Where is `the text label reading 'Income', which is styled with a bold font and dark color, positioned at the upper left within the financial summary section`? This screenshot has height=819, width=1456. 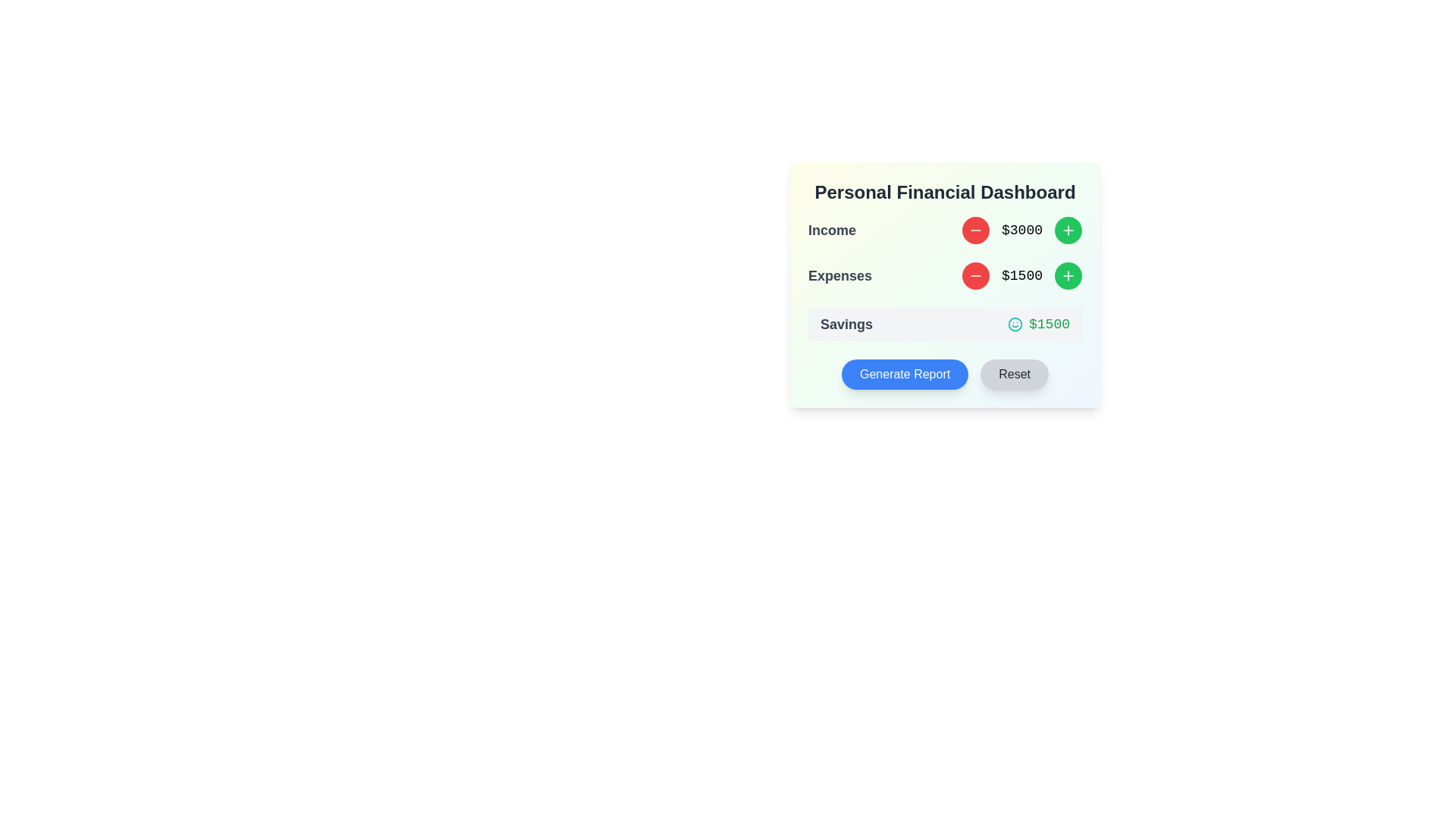 the text label reading 'Income', which is styled with a bold font and dark color, positioned at the upper left within the financial summary section is located at coordinates (831, 231).